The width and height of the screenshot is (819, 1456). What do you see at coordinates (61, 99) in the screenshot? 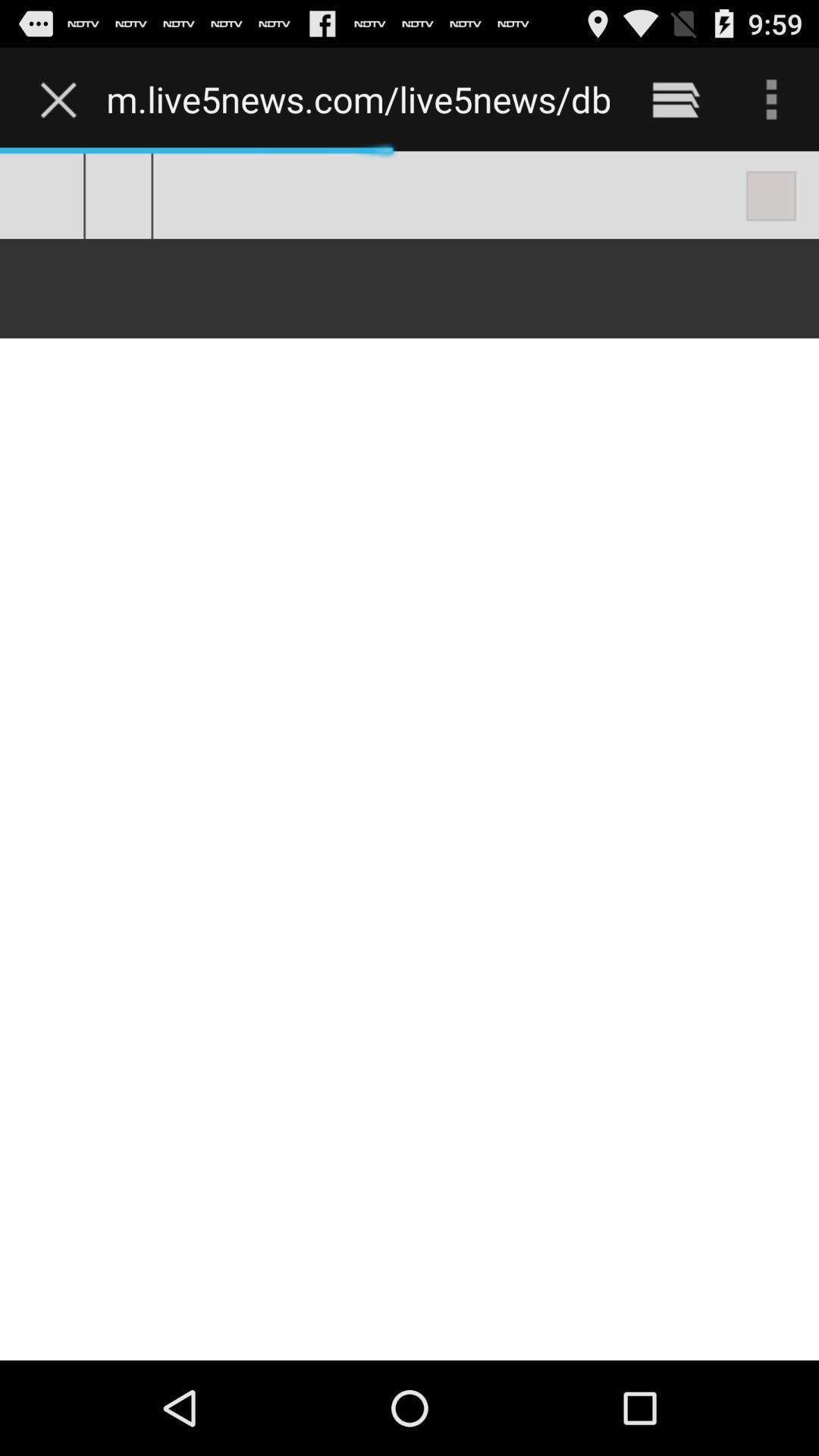
I see `the item next to the m live5news com item` at bounding box center [61, 99].